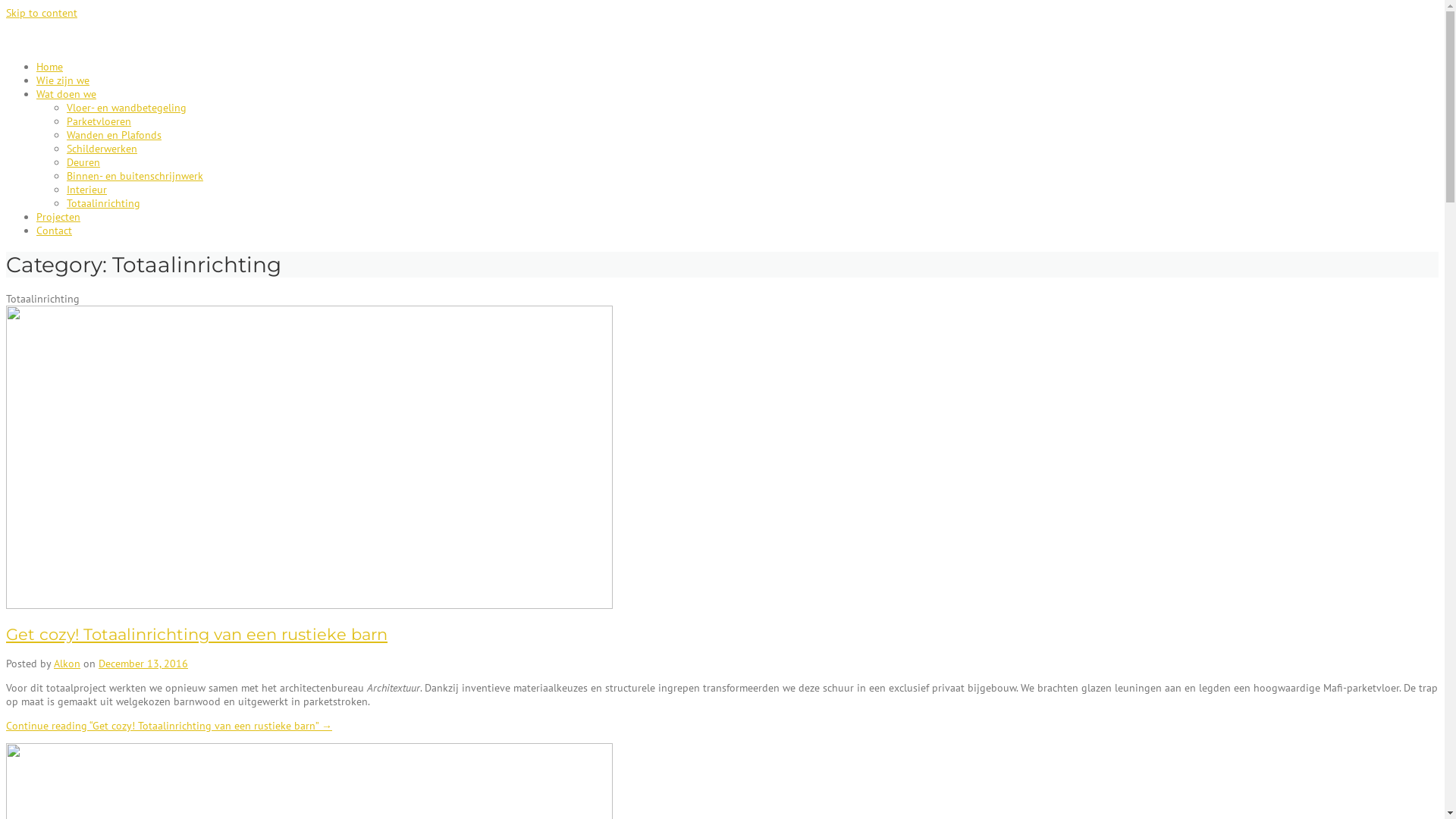 This screenshot has height=819, width=1456. What do you see at coordinates (65, 107) in the screenshot?
I see `'Vloer- en wandbetegeling'` at bounding box center [65, 107].